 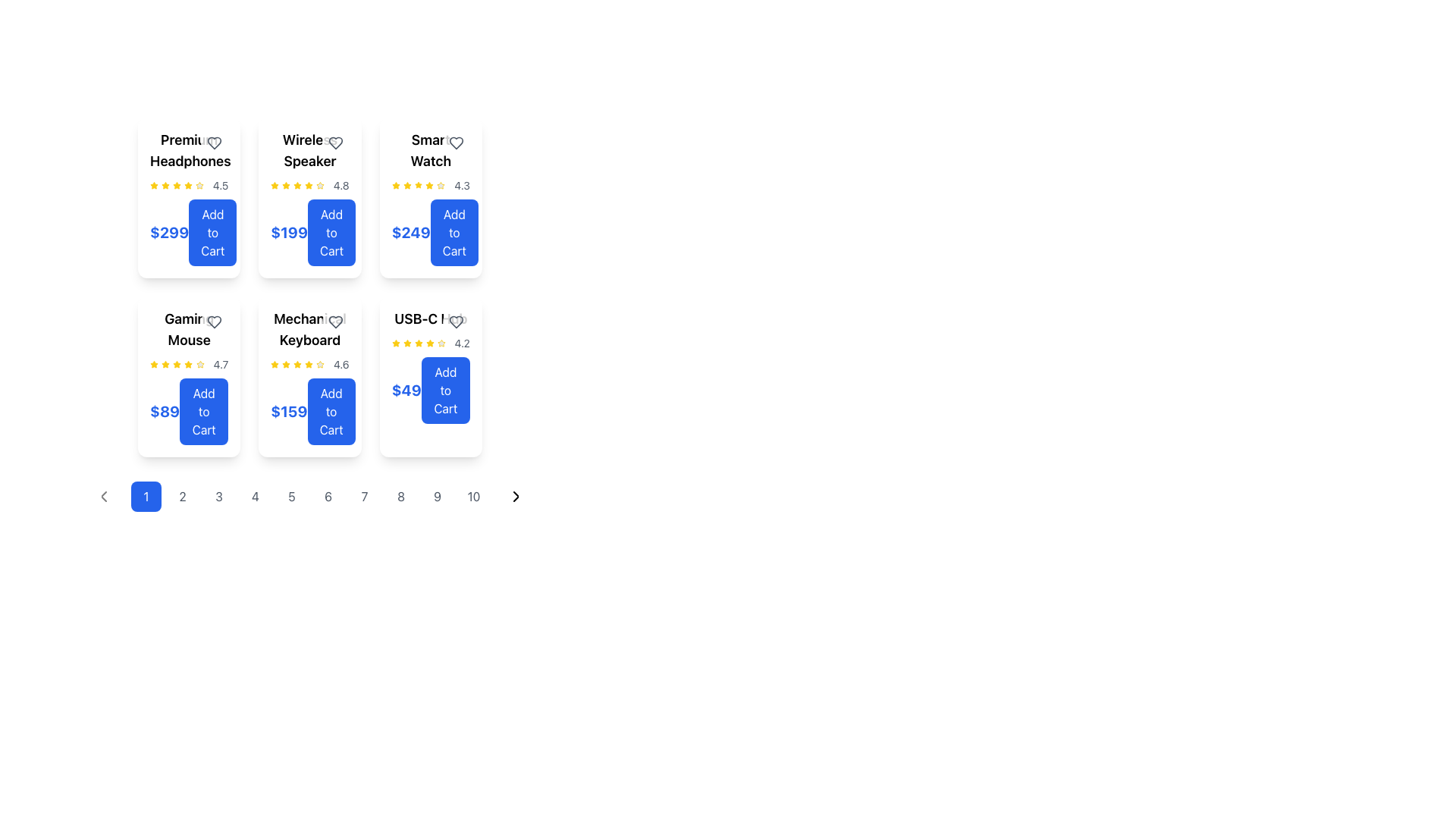 What do you see at coordinates (103, 497) in the screenshot?
I see `the small gray button with a chevron-left styled arrow icon located in the pagination control` at bounding box center [103, 497].